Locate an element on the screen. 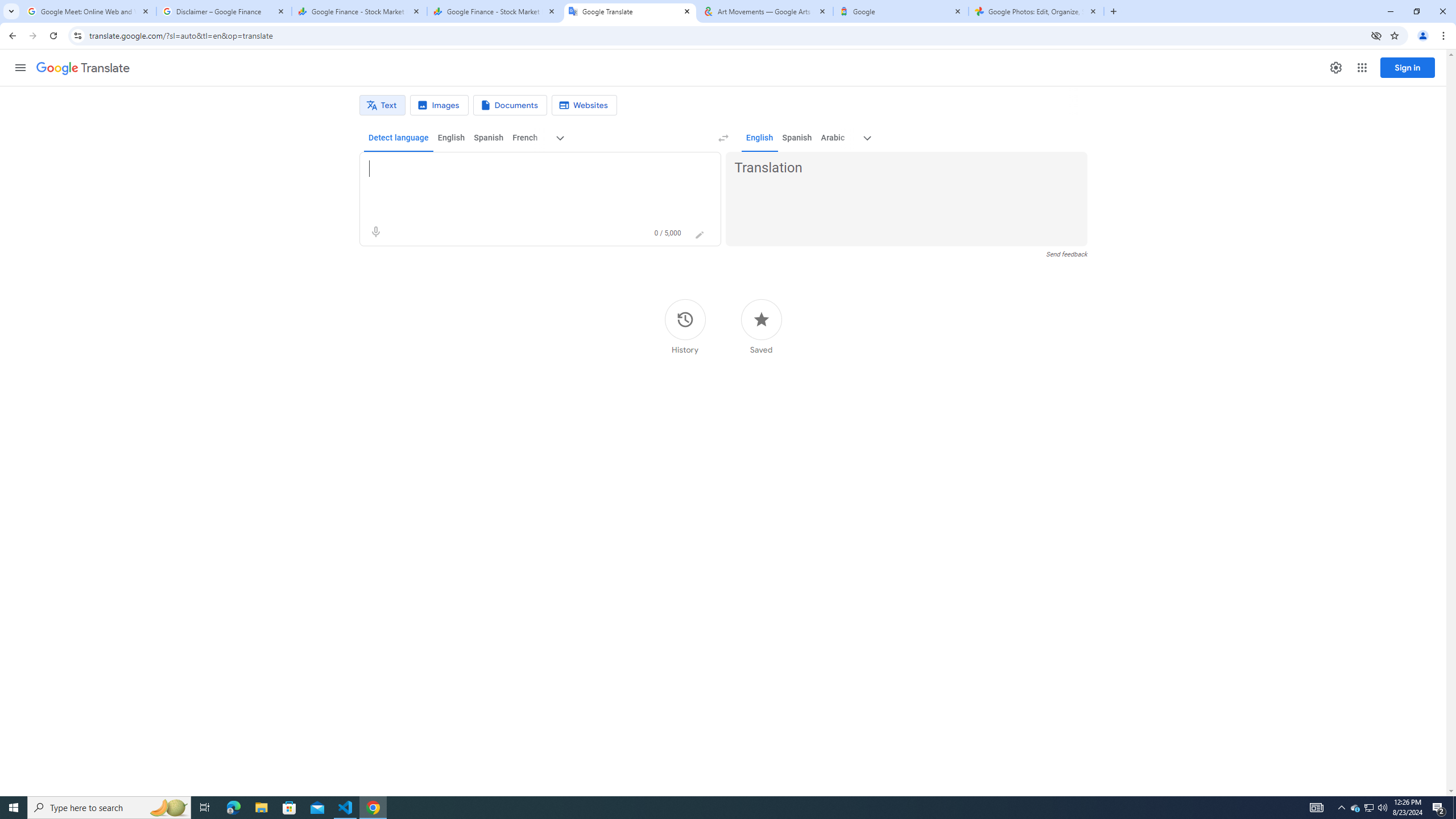  'Website translation' is located at coordinates (584, 105).